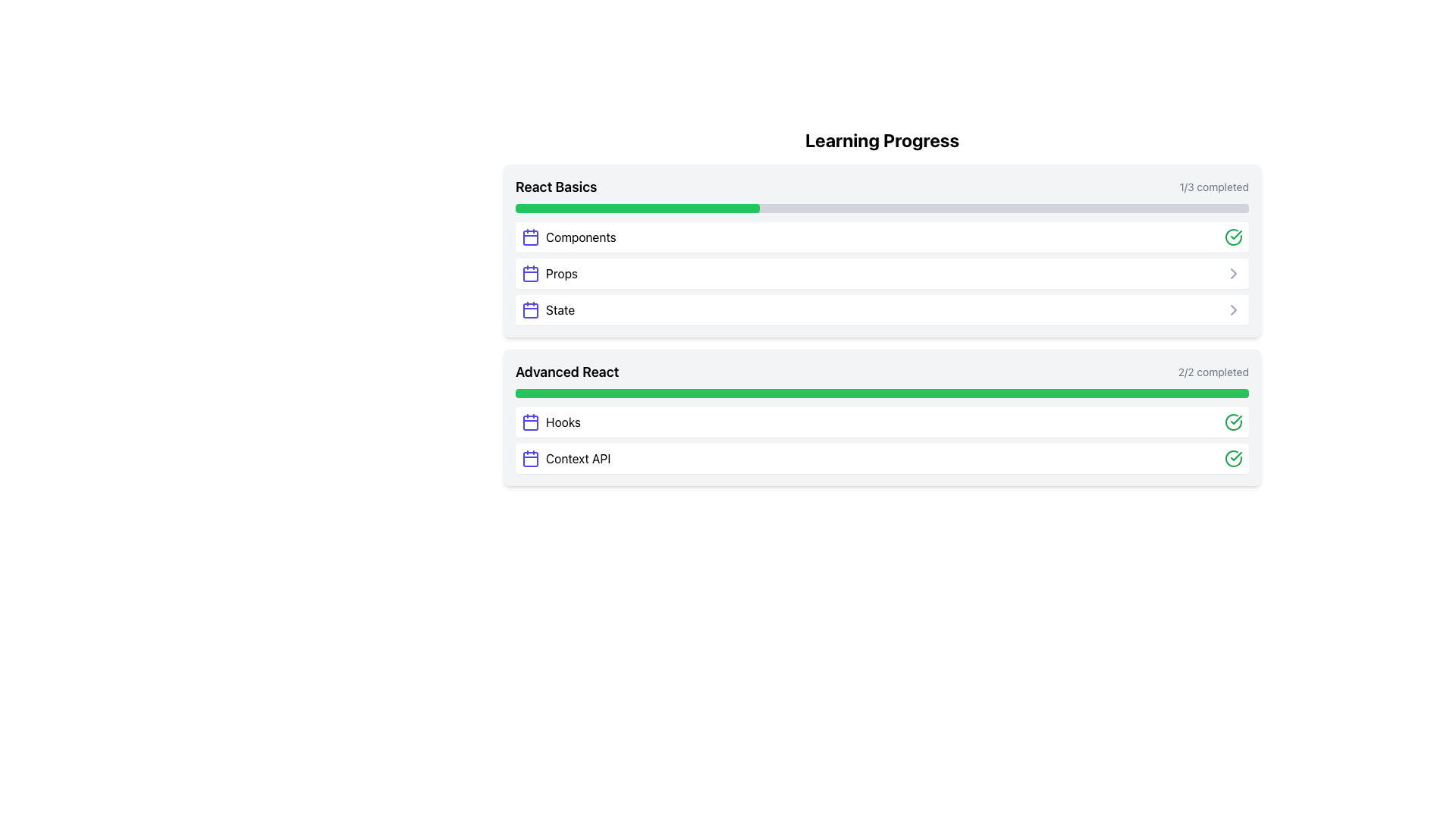  What do you see at coordinates (1234, 458) in the screenshot?
I see `the circular green icon with a checkmark that indicates completion, located in the 'Advanced React' section adjacent to the 'Context API' progress entry` at bounding box center [1234, 458].